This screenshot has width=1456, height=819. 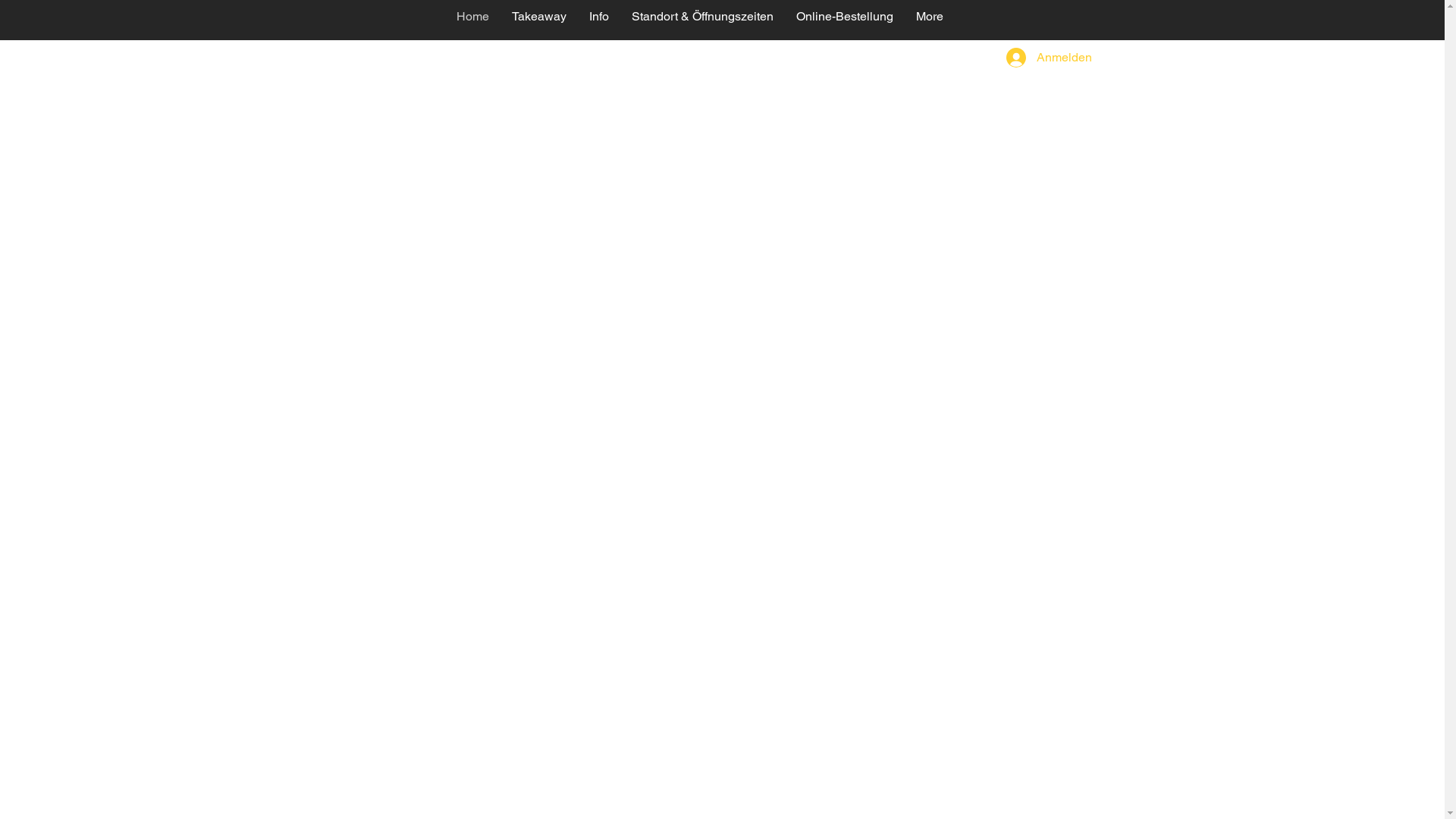 What do you see at coordinates (538, 19) in the screenshot?
I see `'Takeaway'` at bounding box center [538, 19].